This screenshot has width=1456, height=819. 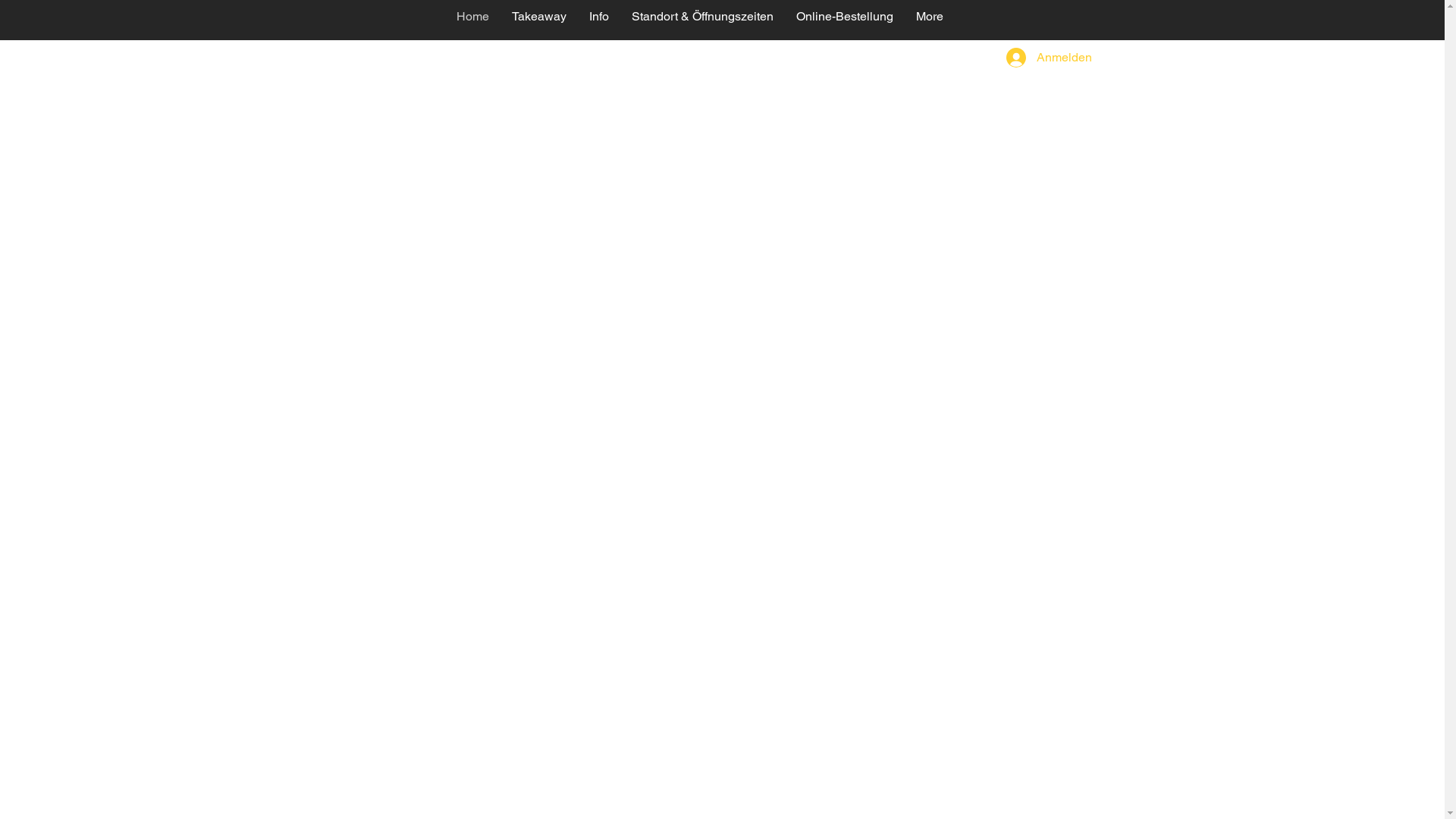 What do you see at coordinates (538, 19) in the screenshot?
I see `'Takeaway'` at bounding box center [538, 19].